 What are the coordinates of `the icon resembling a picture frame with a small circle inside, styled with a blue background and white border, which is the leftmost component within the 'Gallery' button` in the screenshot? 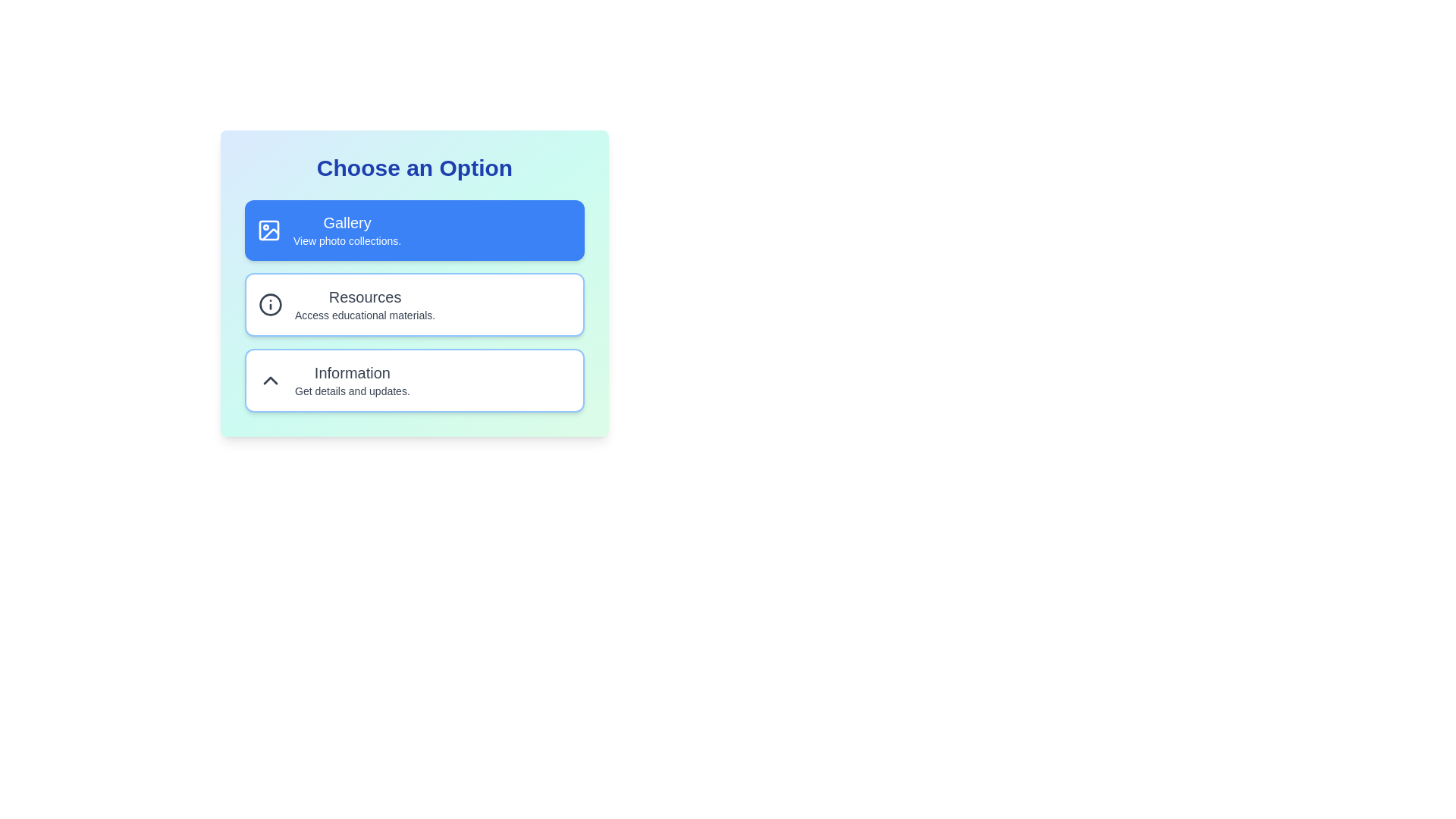 It's located at (269, 231).